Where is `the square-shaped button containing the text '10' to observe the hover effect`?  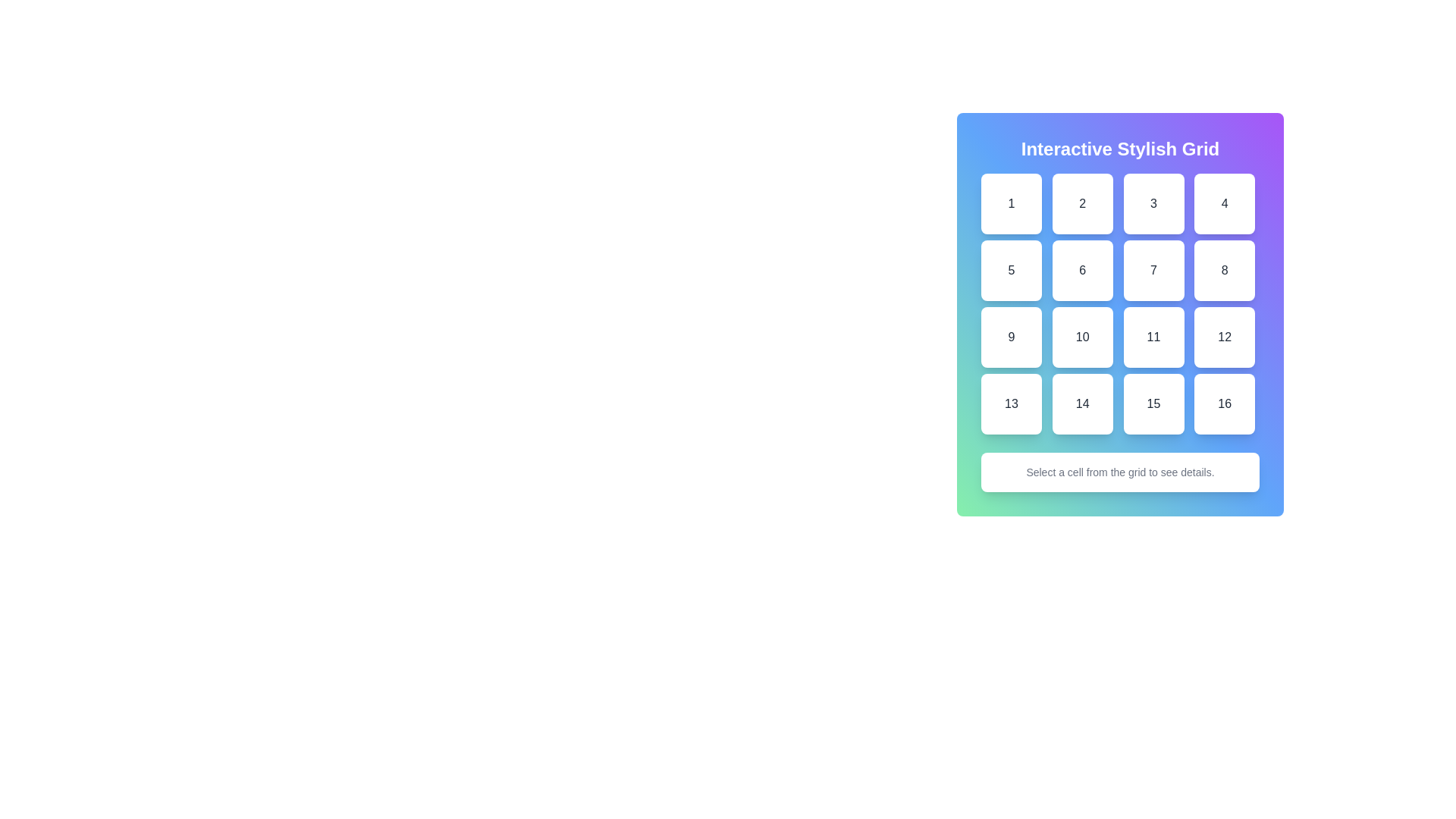 the square-shaped button containing the text '10' to observe the hover effect is located at coordinates (1081, 336).